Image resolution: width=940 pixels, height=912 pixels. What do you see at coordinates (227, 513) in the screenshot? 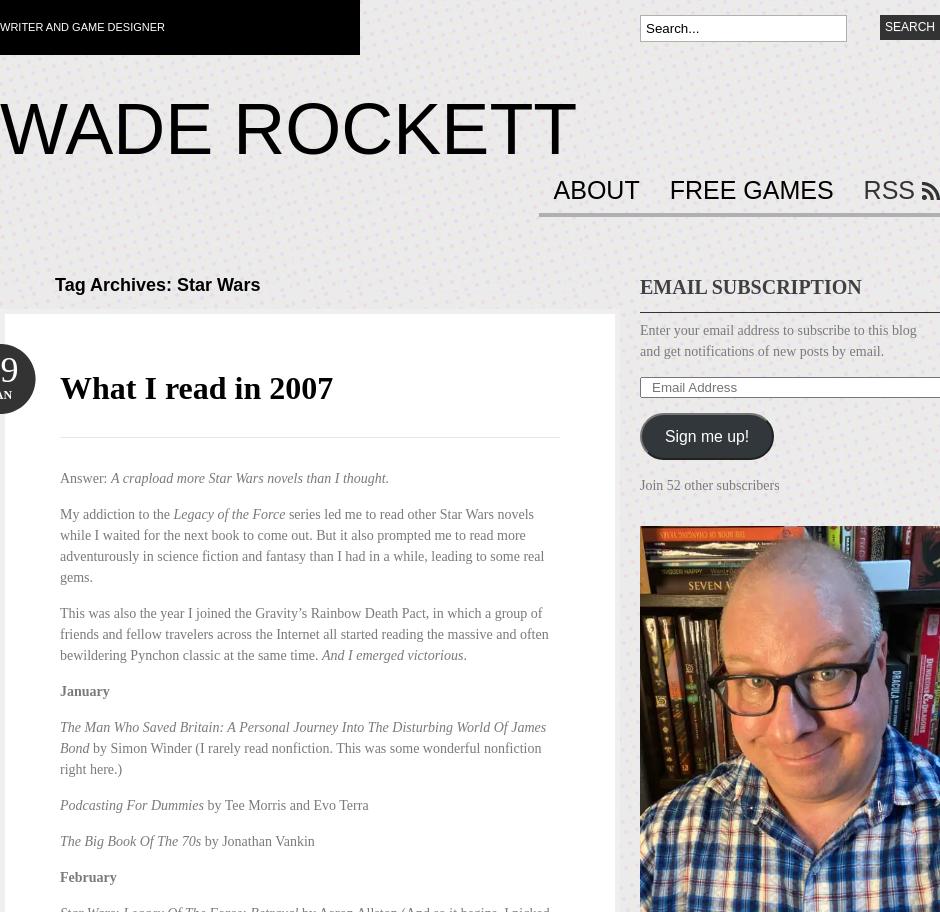
I see `'Legacy of the Force'` at bounding box center [227, 513].